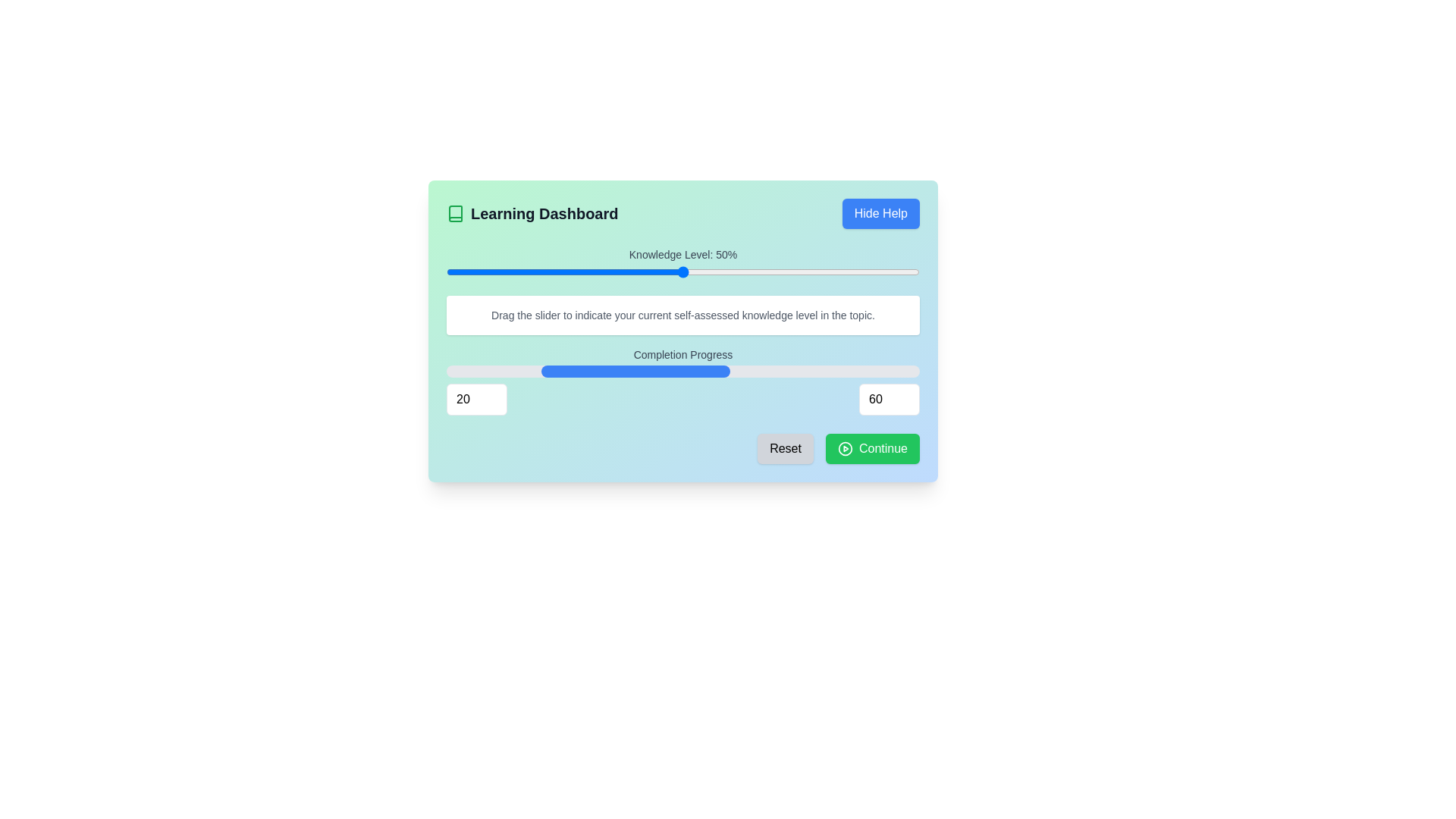 The image size is (1456, 819). Describe the element at coordinates (635, 371) in the screenshot. I see `the width of the blue progress bar indicator, which is centered within the gray rounded progress bar, to determine the current progress` at that location.